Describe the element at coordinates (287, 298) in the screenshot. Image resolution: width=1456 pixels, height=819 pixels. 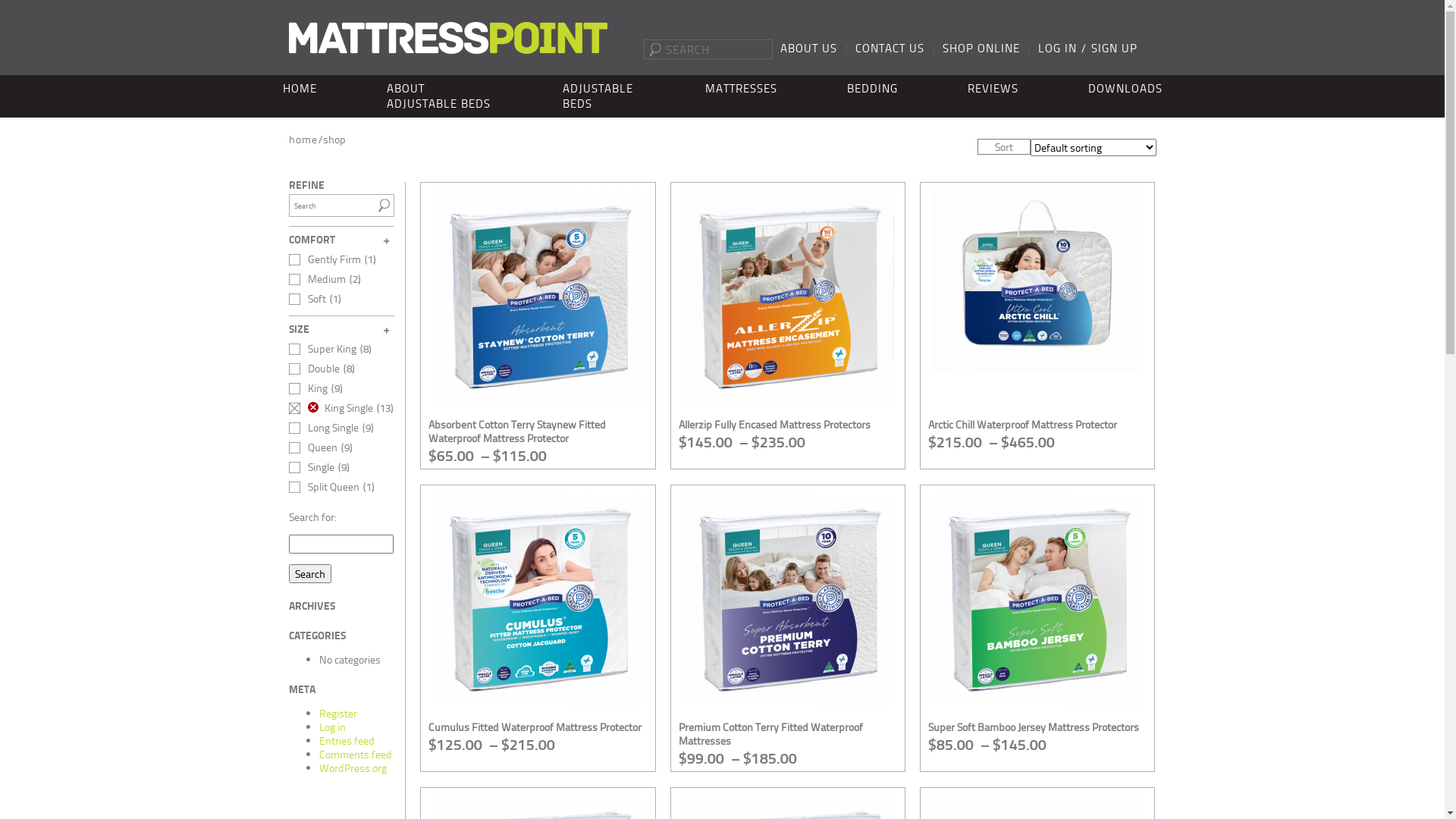
I see `'Soft'` at that location.